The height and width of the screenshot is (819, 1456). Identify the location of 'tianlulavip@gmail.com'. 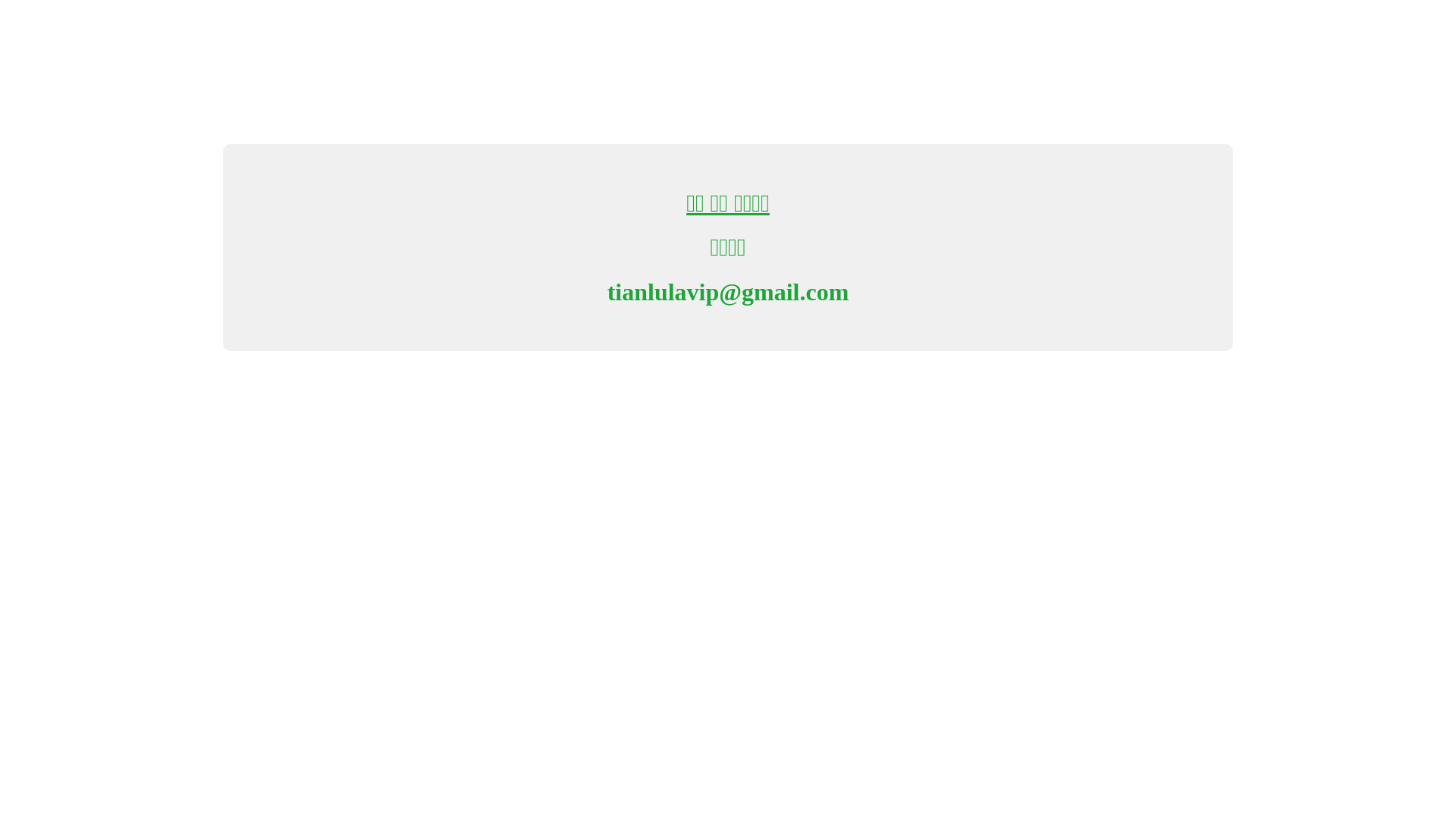
(728, 292).